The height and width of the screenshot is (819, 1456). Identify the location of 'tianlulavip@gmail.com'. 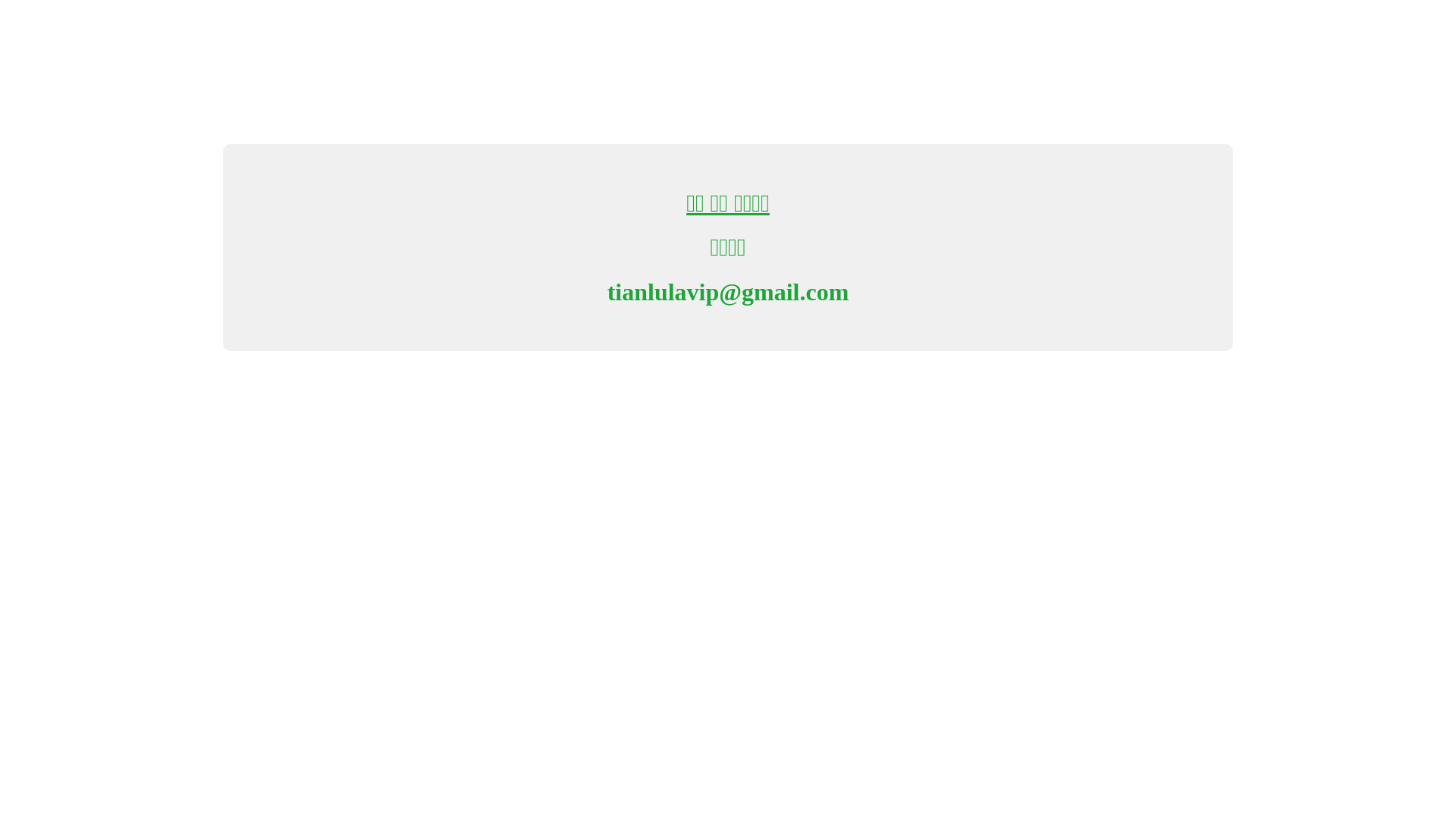
(728, 292).